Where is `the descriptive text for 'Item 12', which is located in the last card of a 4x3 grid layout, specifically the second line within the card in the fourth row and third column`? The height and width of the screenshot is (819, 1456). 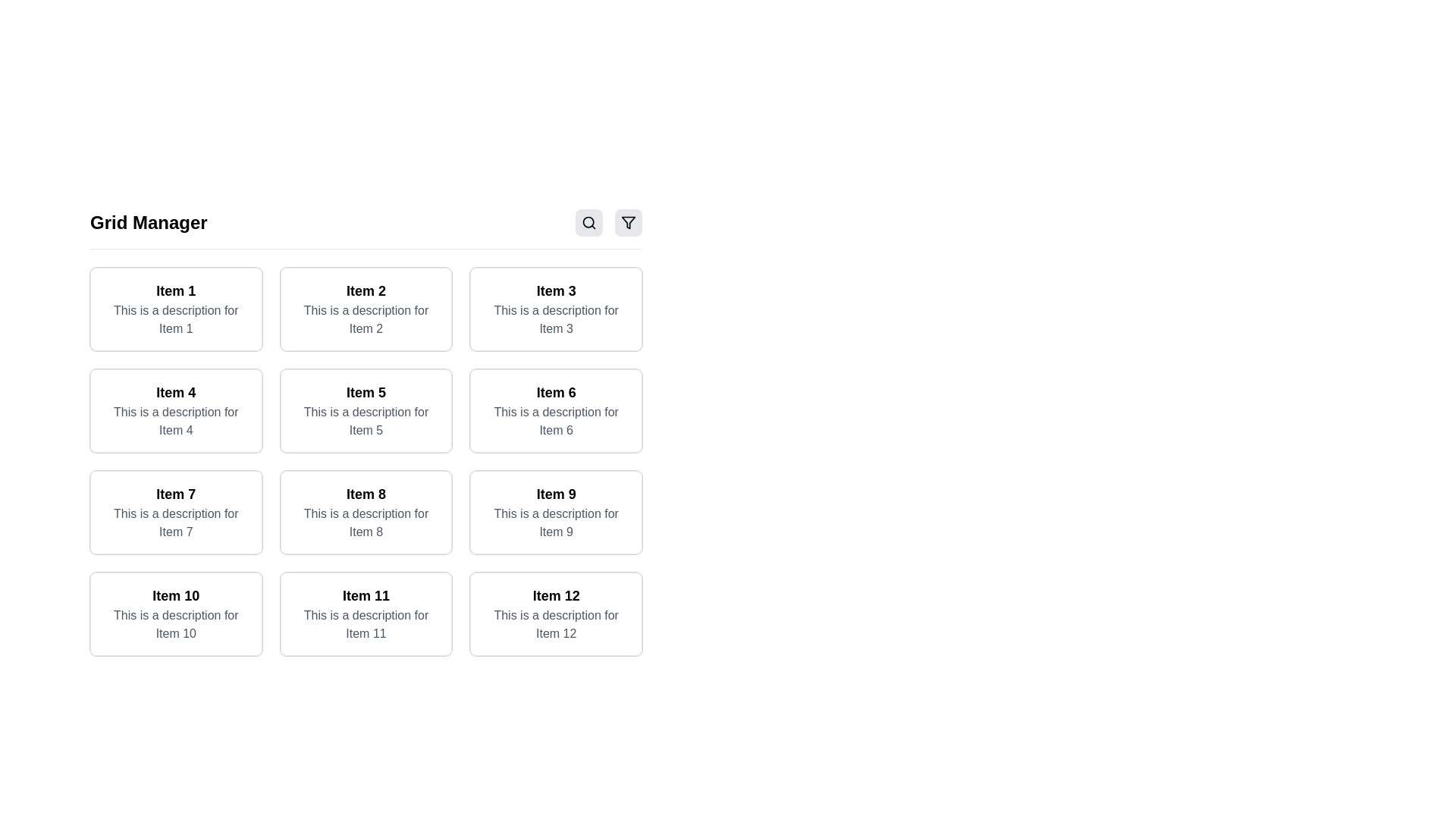 the descriptive text for 'Item 12', which is located in the last card of a 4x3 grid layout, specifically the second line within the card in the fourth row and third column is located at coordinates (555, 625).